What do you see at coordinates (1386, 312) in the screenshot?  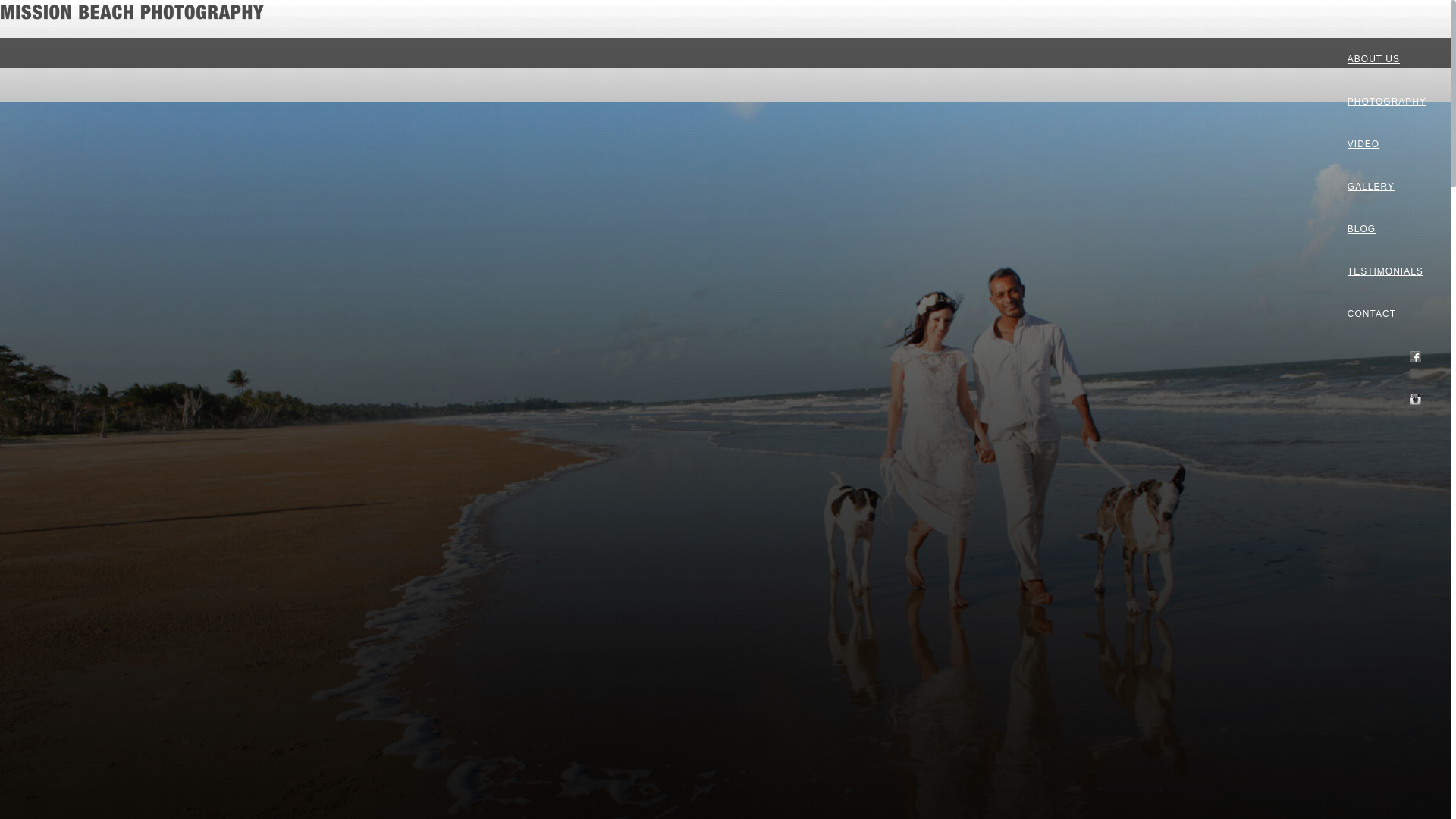 I see `'CONTACT'` at bounding box center [1386, 312].